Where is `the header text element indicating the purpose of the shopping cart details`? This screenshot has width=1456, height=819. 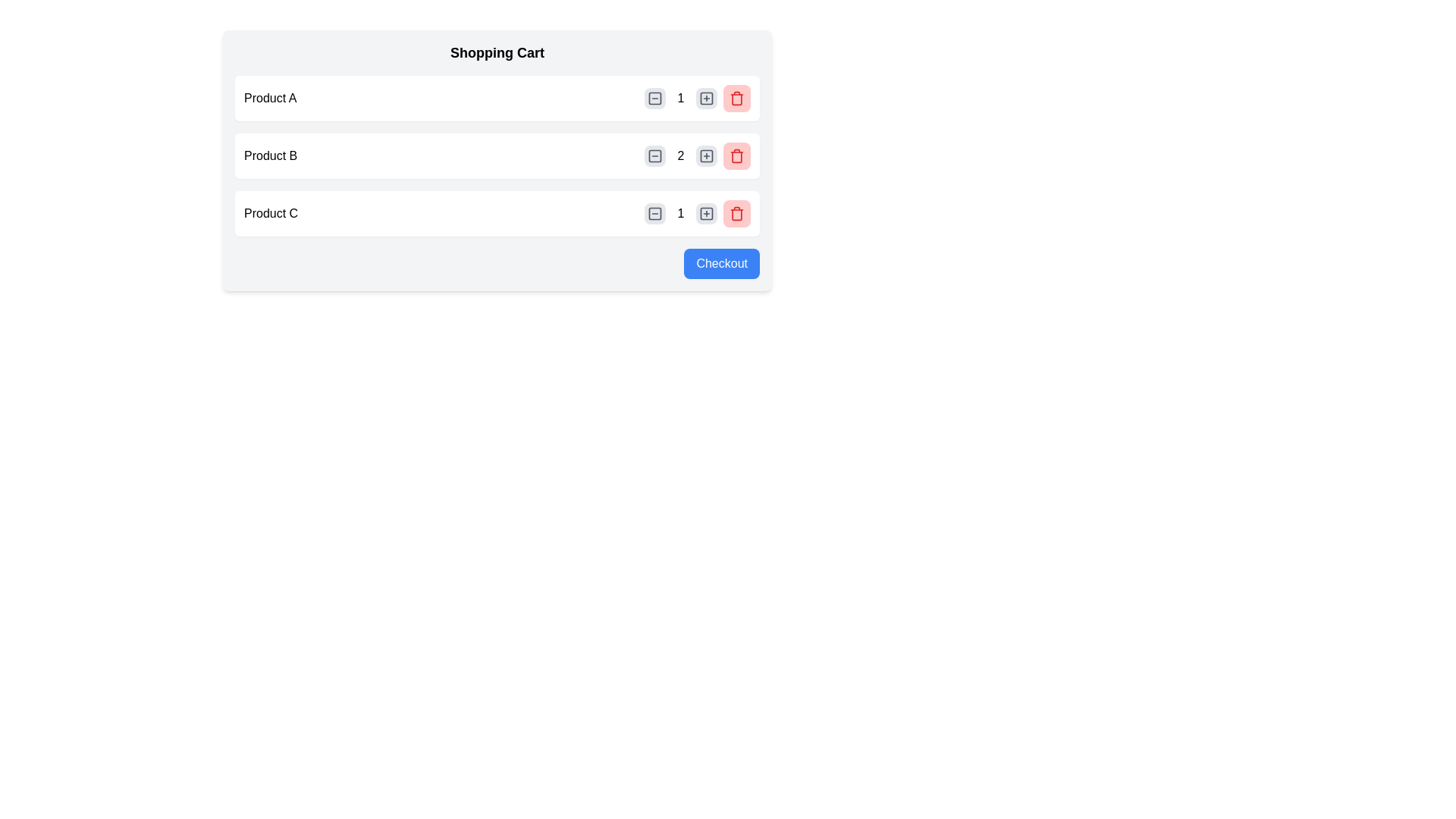
the header text element indicating the purpose of the shopping cart details is located at coordinates (497, 52).